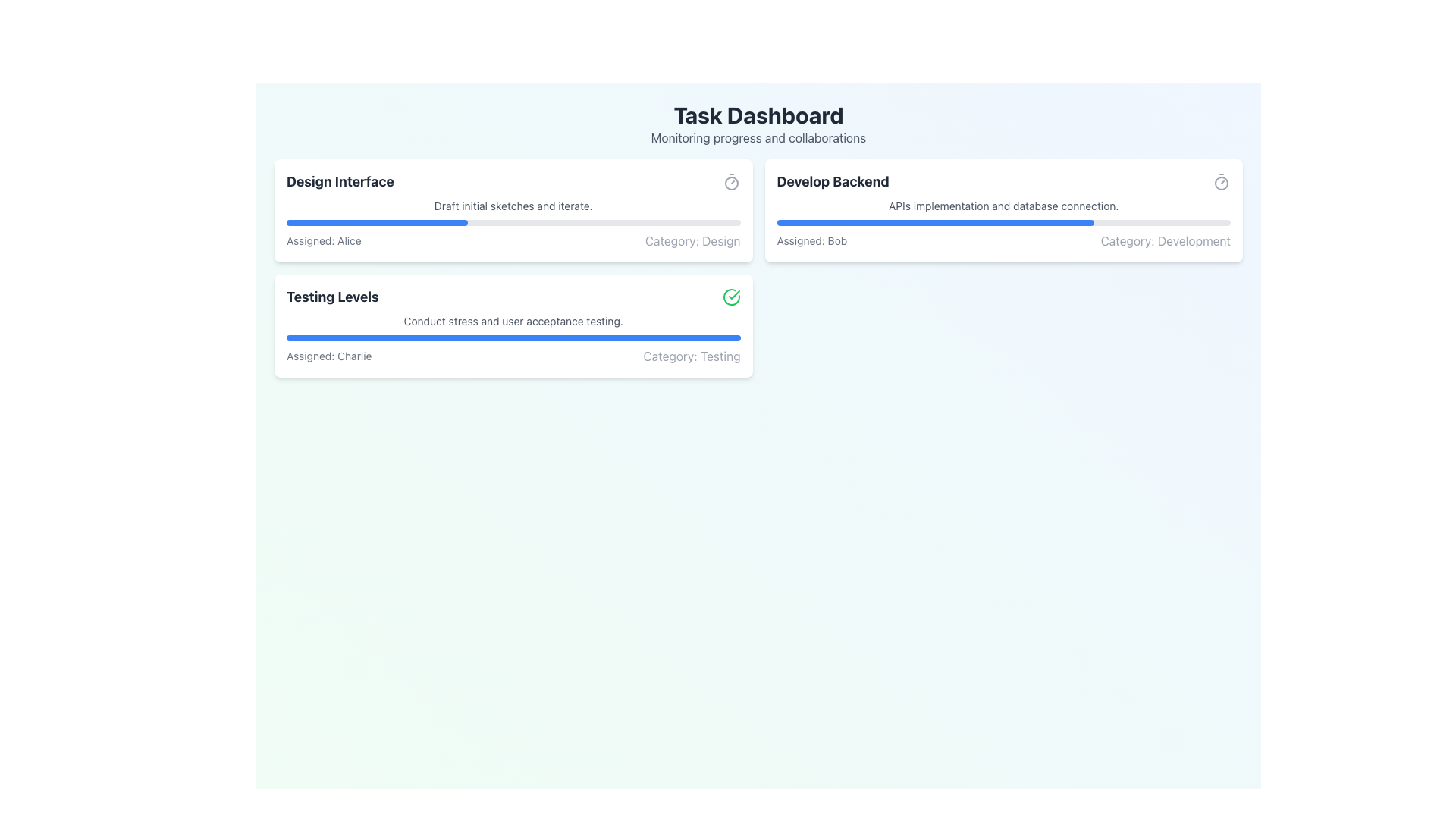 The height and width of the screenshot is (819, 1456). Describe the element at coordinates (811, 240) in the screenshot. I see `the text label indicating the name of the person assigned to the 'Develop Backend' task in the task dashboard, located below the progress bar and to the left of the 'Category: Development' label` at that location.